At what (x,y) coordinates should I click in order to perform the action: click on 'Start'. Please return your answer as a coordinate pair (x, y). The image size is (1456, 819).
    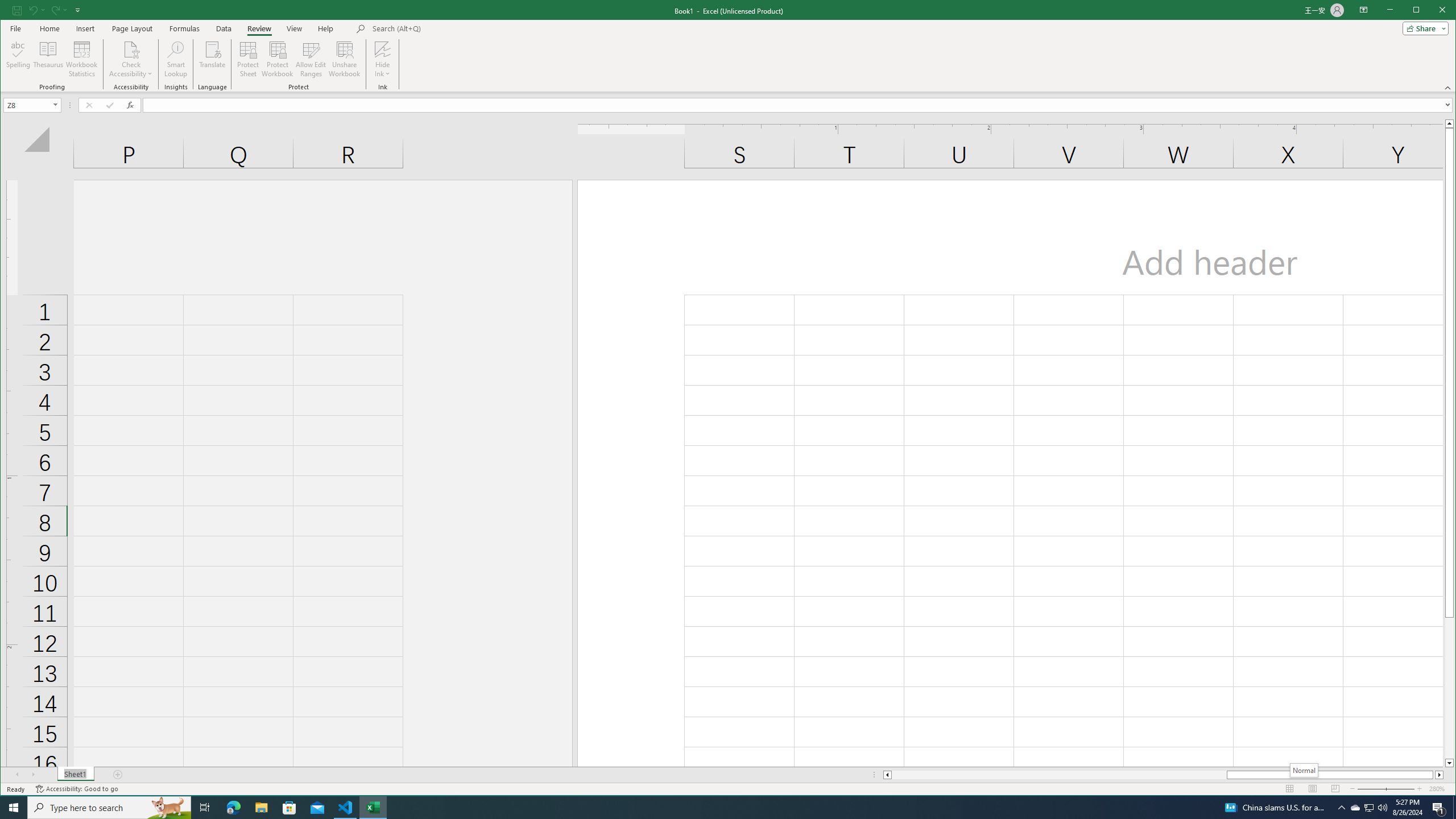
    Looking at the image, I should click on (14, 806).